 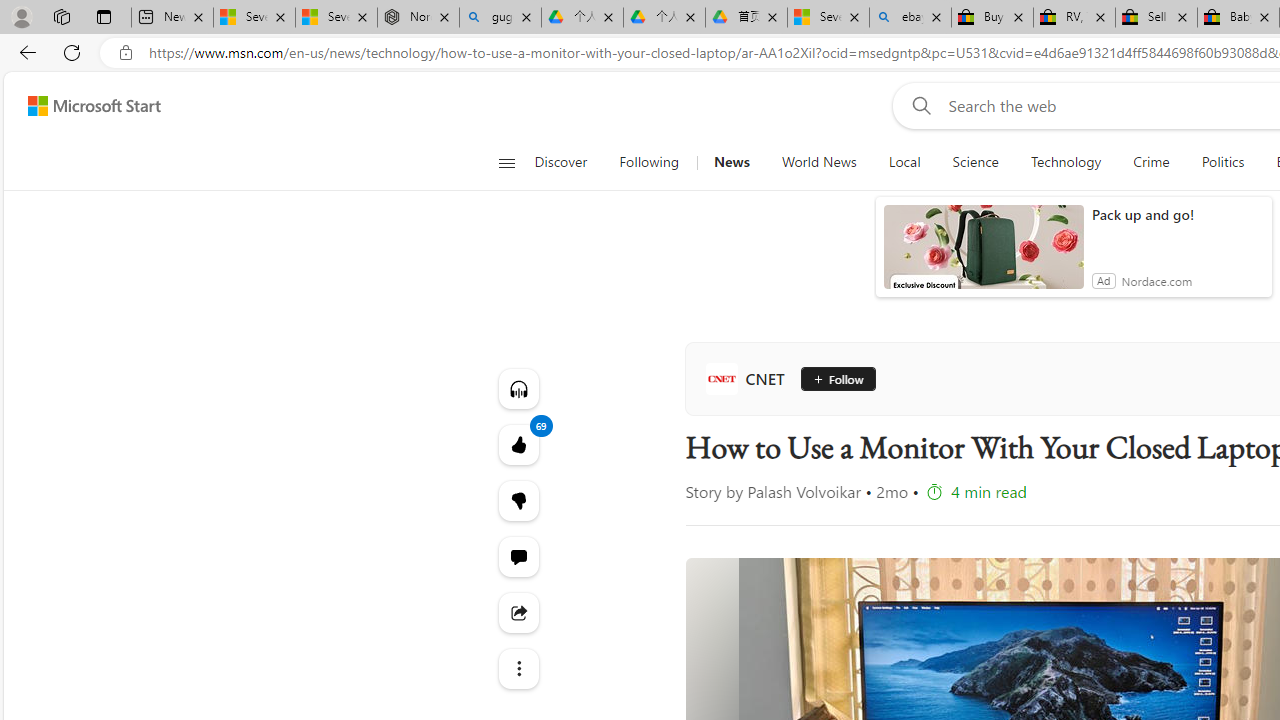 I want to click on 'Share this story', so click(x=518, y=611).